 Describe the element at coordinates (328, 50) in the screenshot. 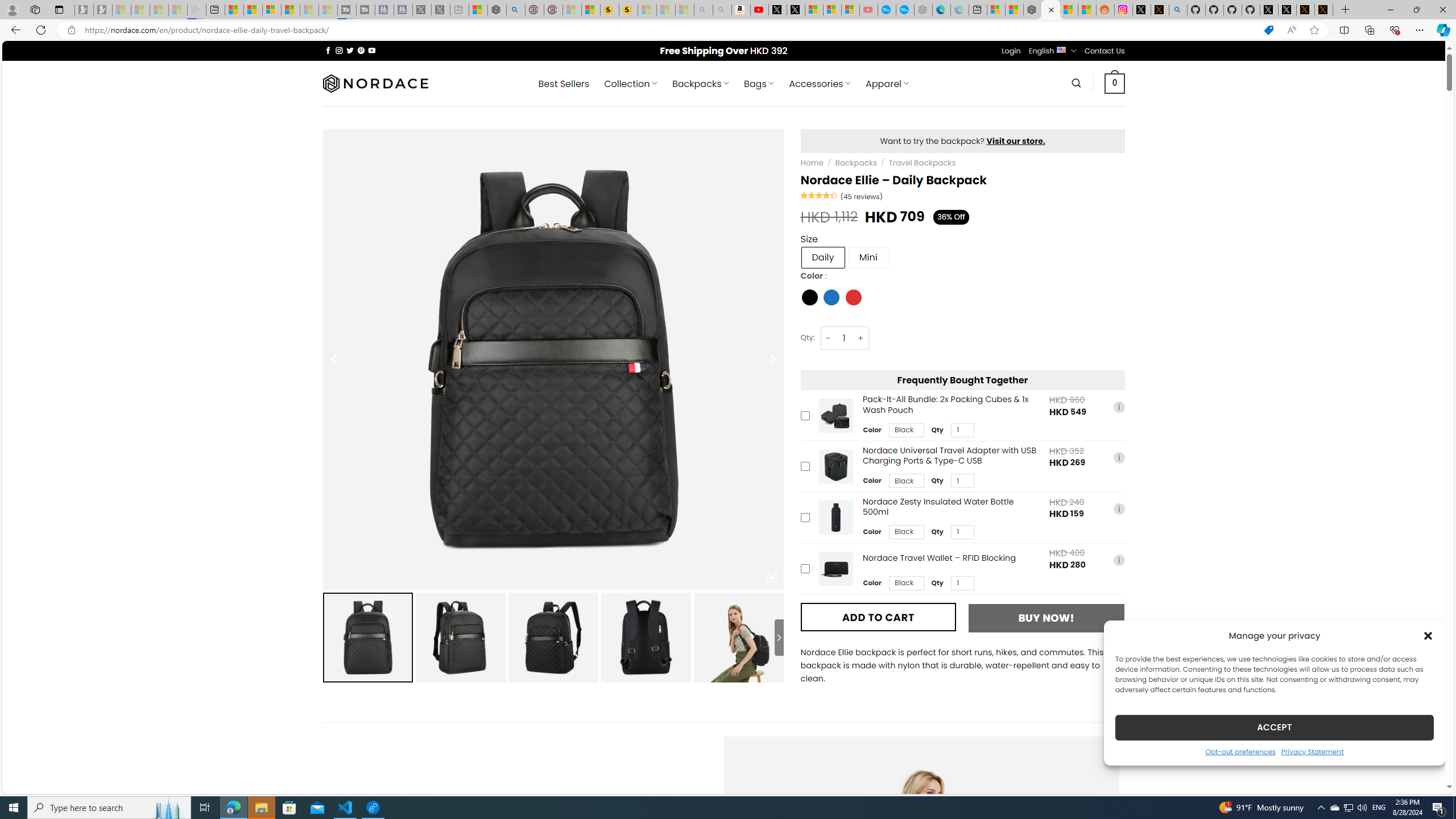

I see `'Follow on Facebook'` at that location.